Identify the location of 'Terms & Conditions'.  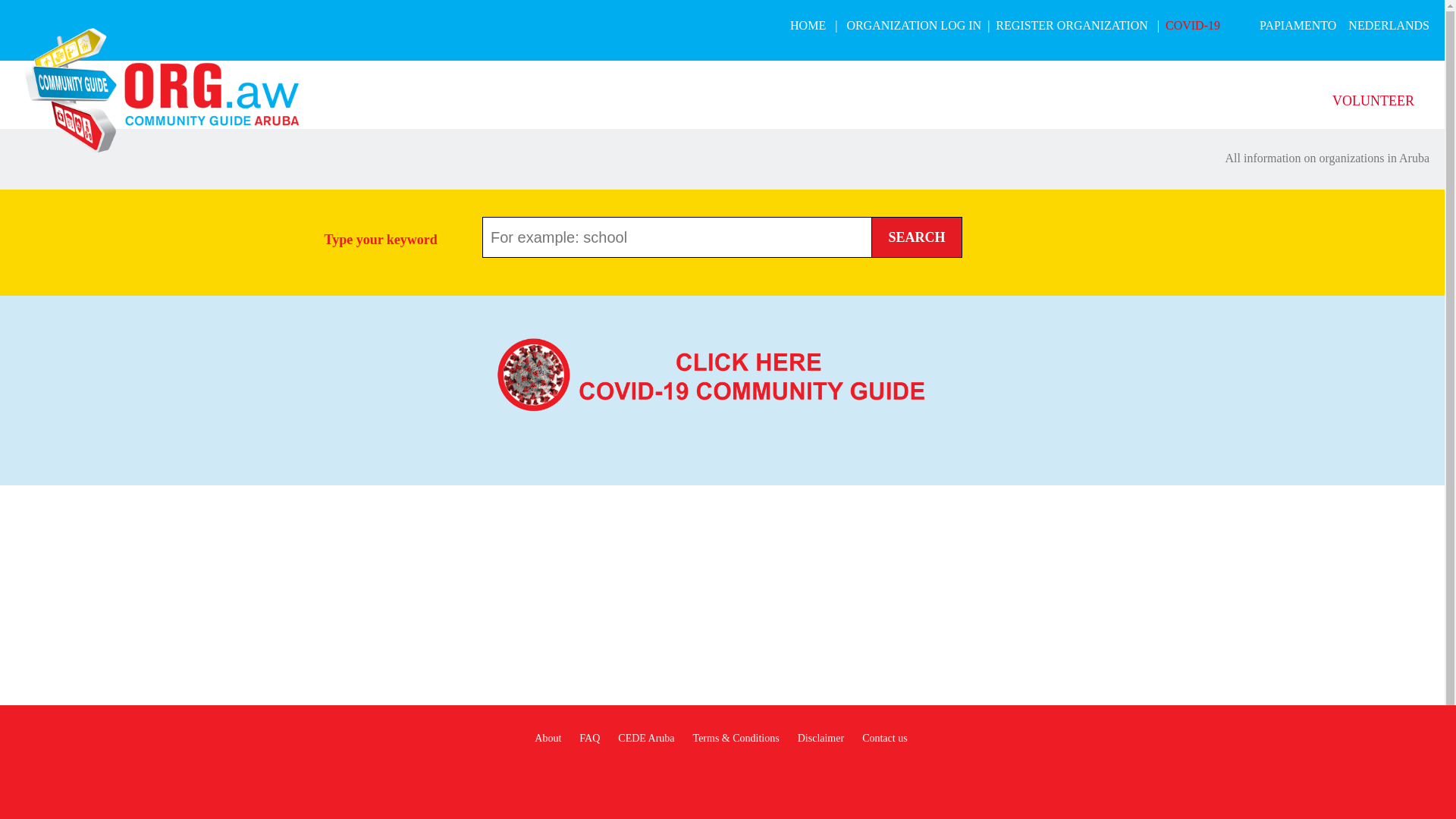
(736, 737).